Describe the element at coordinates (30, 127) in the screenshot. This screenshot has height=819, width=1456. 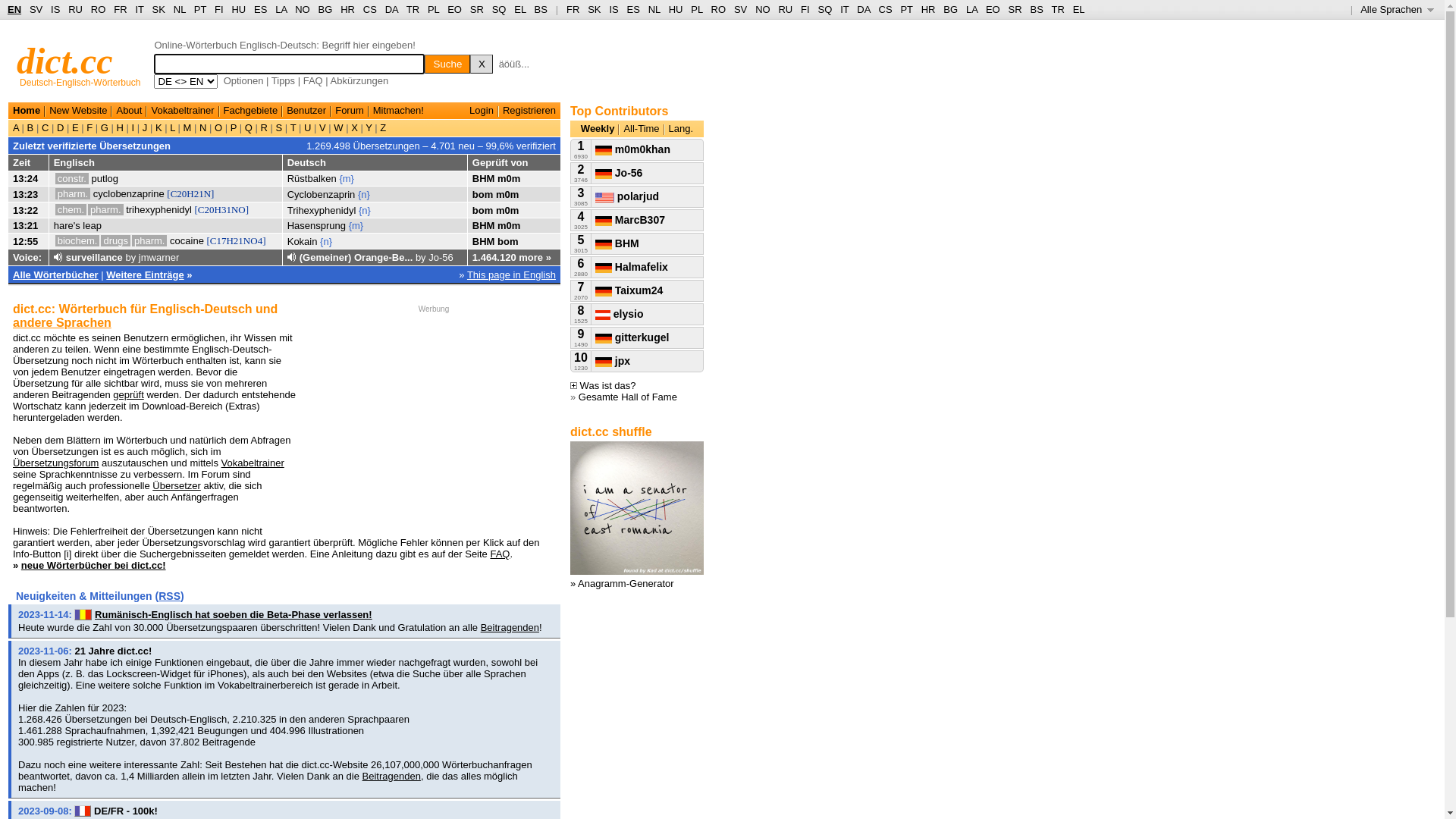
I see `'B'` at that location.